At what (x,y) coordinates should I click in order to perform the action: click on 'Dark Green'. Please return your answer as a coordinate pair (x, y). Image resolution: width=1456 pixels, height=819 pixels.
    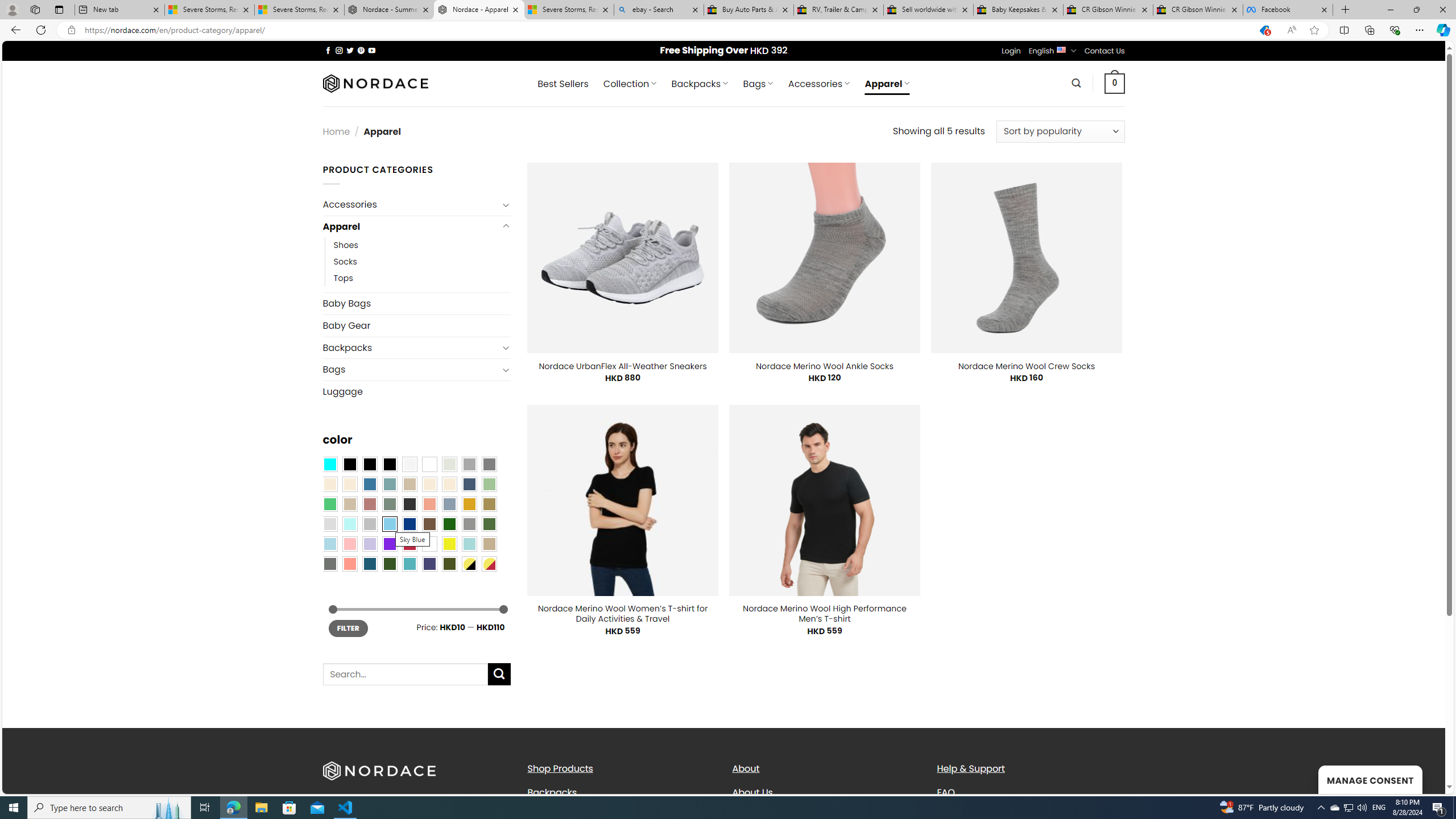
    Looking at the image, I should click on (449, 523).